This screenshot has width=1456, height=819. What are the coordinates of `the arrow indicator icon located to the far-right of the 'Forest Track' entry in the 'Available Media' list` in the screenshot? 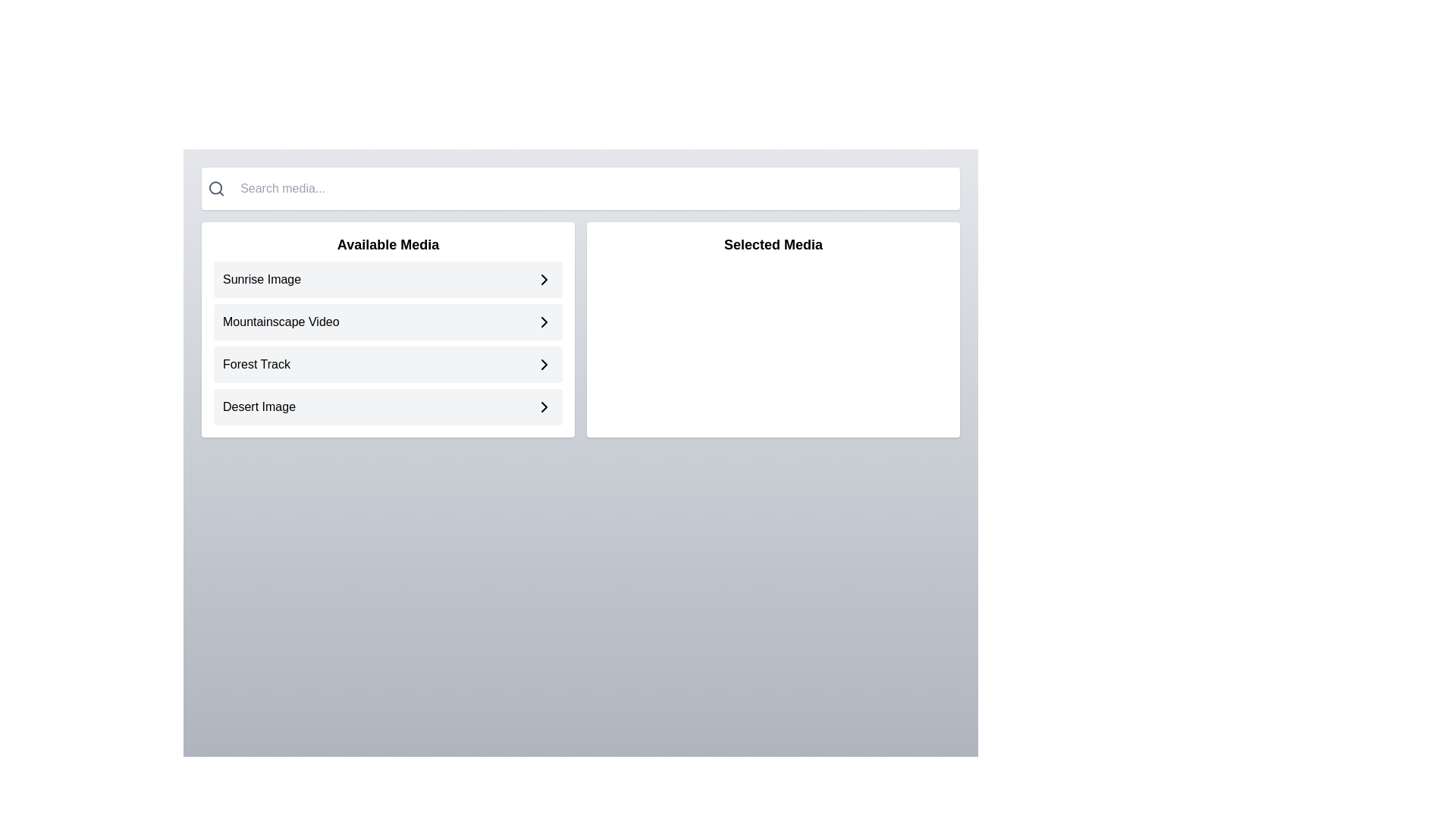 It's located at (544, 365).